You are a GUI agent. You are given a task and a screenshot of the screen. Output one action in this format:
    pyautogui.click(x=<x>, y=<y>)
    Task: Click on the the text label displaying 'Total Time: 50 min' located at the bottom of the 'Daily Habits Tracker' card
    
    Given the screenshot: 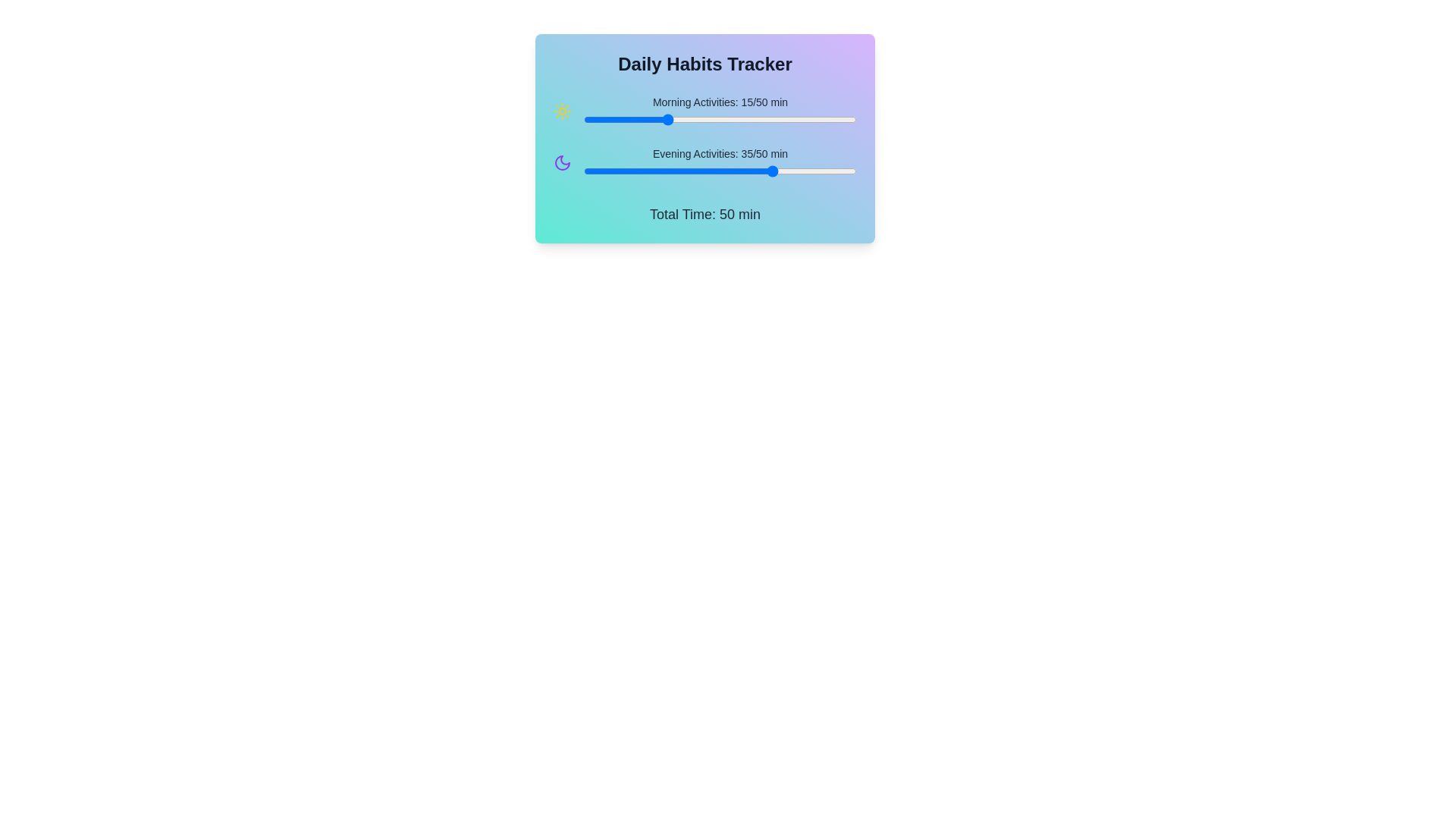 What is the action you would take?
    pyautogui.click(x=704, y=214)
    